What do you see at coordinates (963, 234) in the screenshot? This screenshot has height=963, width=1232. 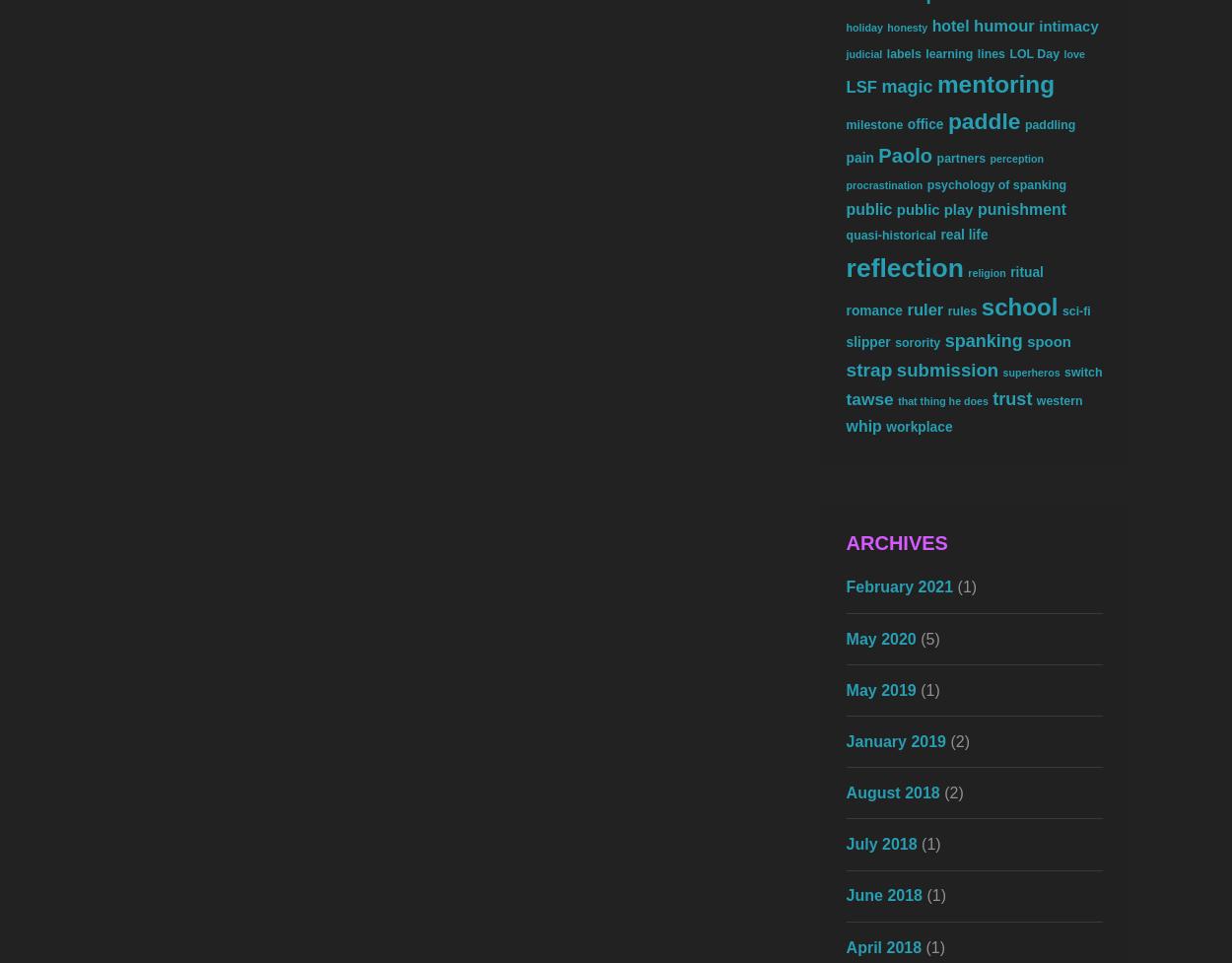 I see `'real life'` at bounding box center [963, 234].